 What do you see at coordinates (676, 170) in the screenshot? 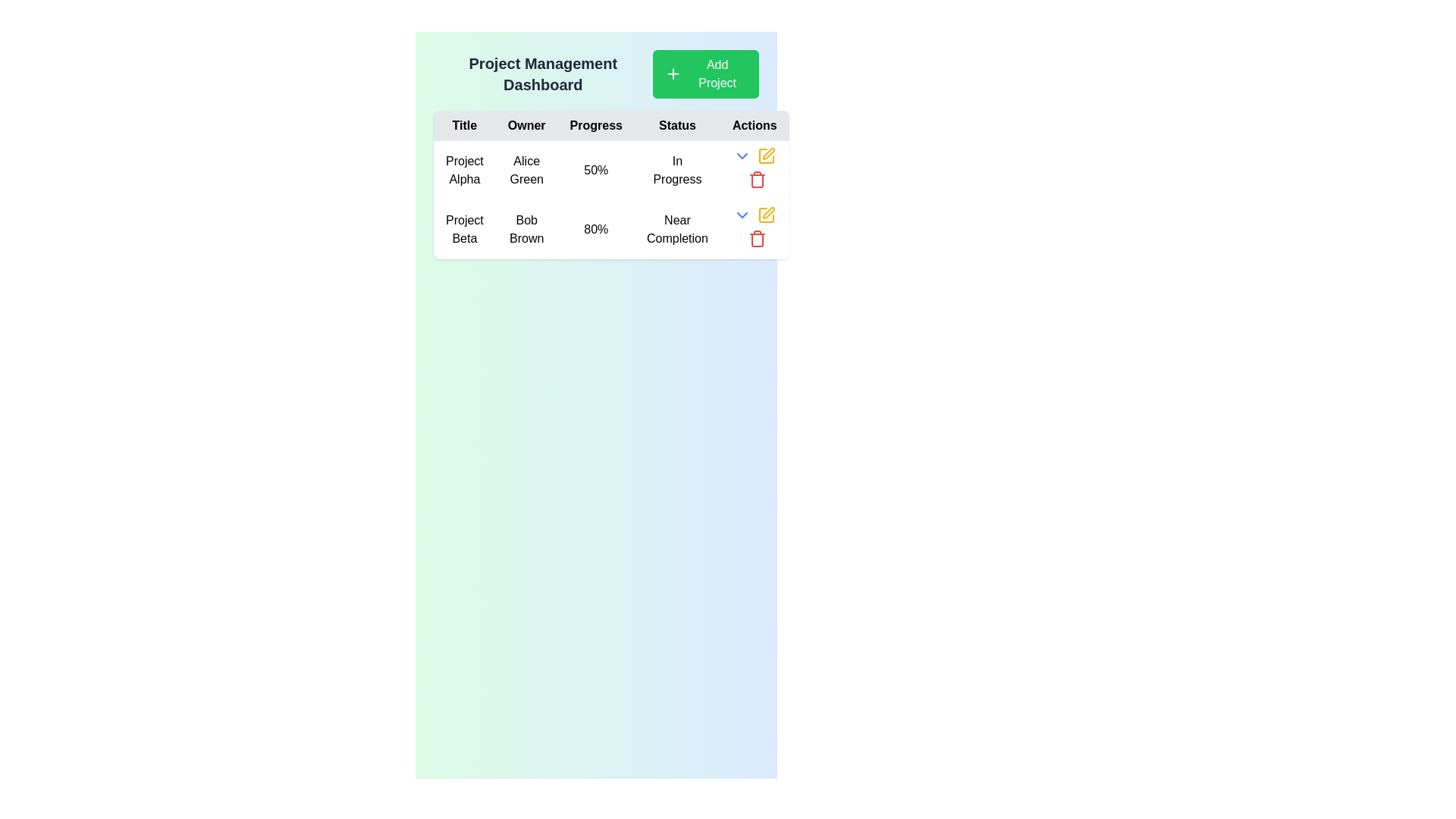
I see `the static text label displaying the status of 'Project Alpha' located in the 'Status' column of the table` at bounding box center [676, 170].